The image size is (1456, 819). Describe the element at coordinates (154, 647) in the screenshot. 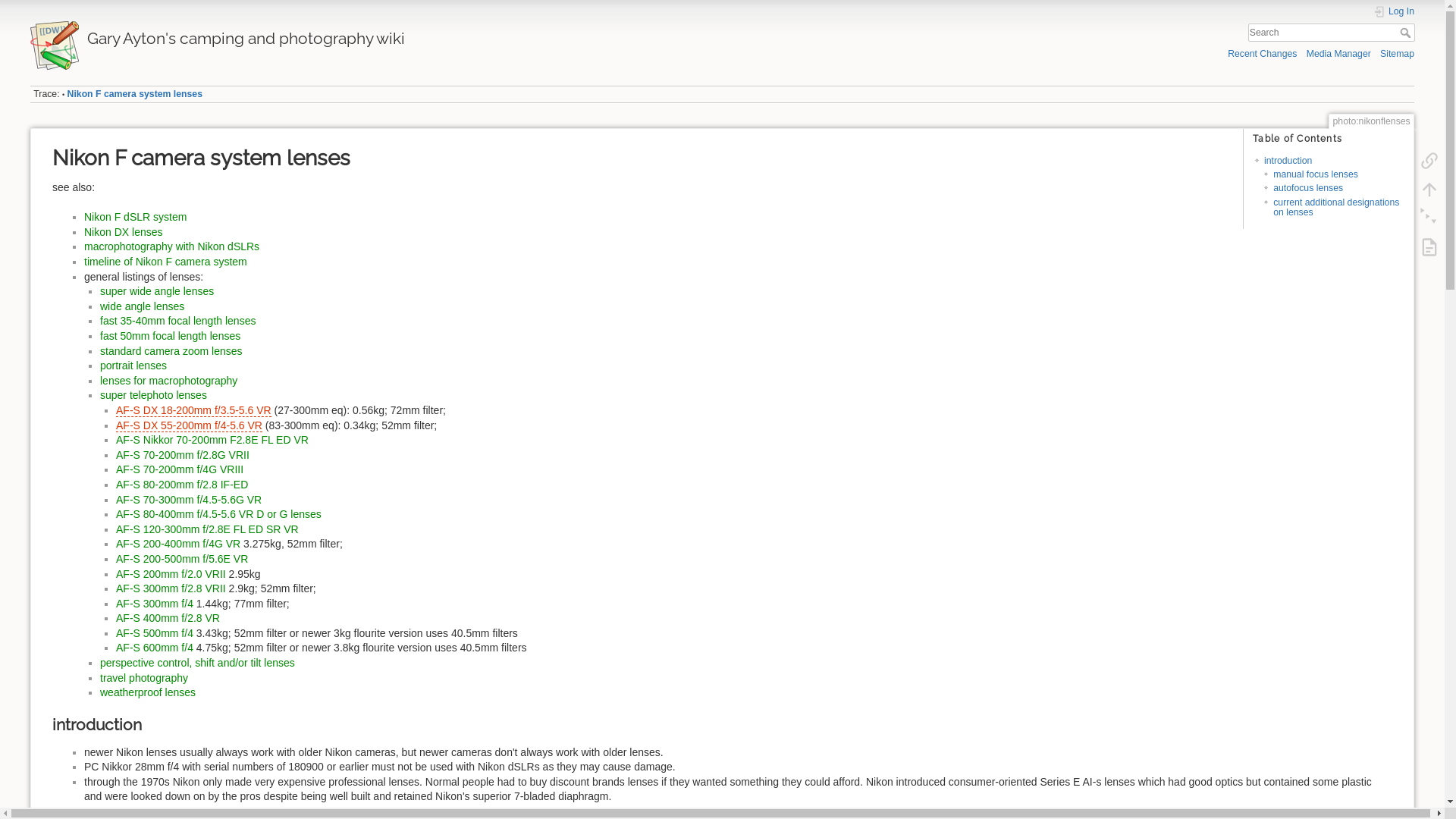

I see `'AF-S 600mm f/4'` at that location.